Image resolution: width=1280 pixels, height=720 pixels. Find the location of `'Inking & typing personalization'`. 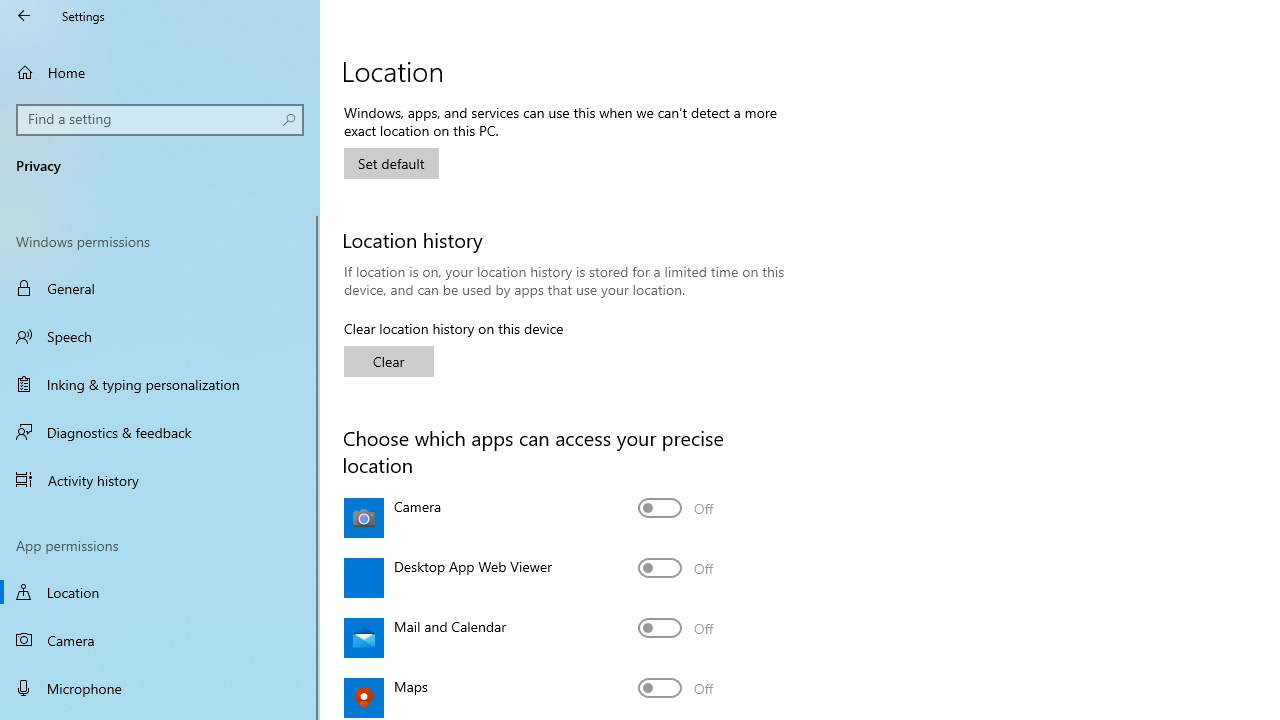

'Inking & typing personalization' is located at coordinates (160, 384).